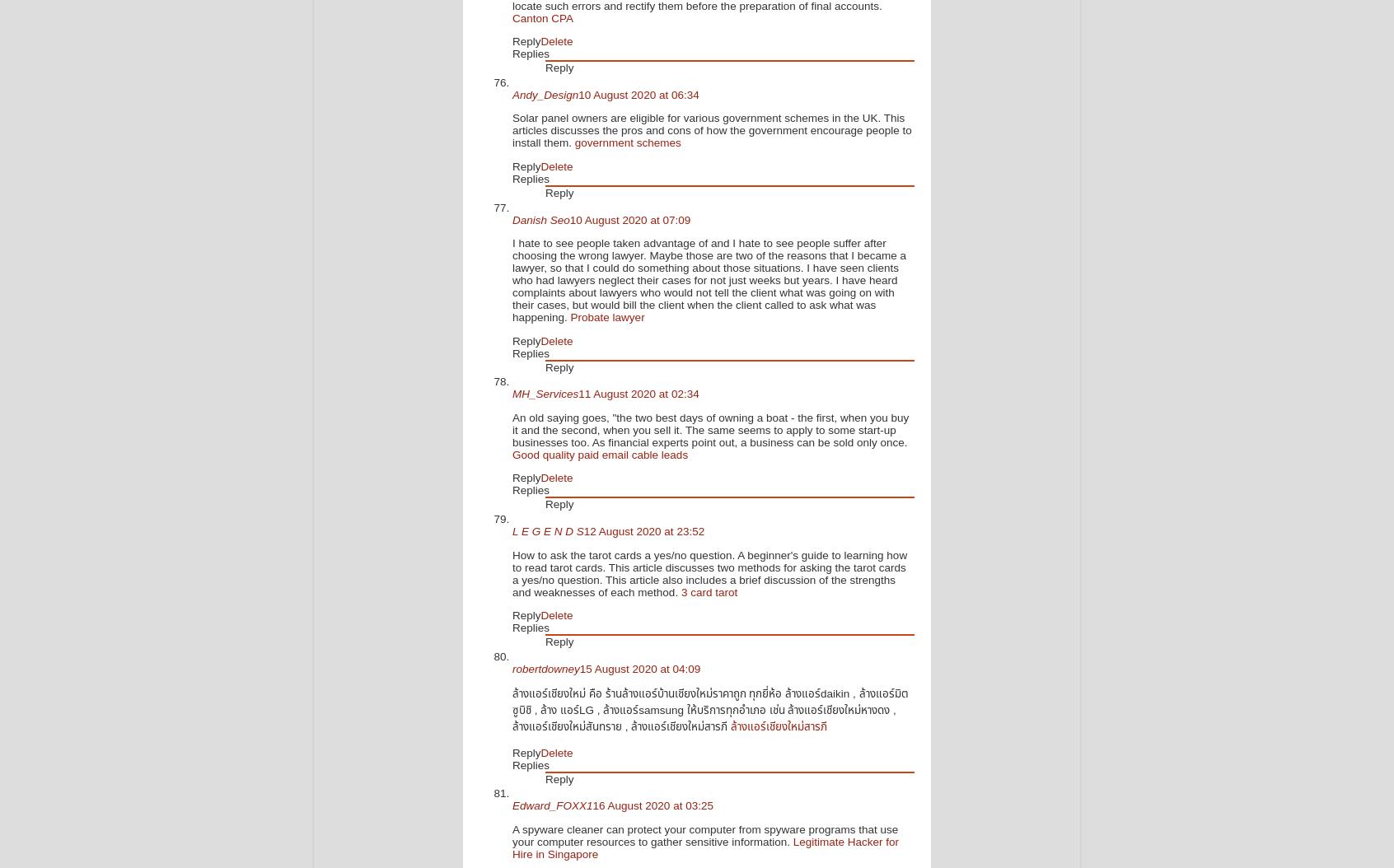  What do you see at coordinates (709, 572) in the screenshot?
I see `'How to ask the tarot cards a yes/no question. A beginner's guide to learning how to read tarot cards. This article discusses two methods for asking the tarot cards a yes/no question. This article also includes a brief discussion of the strengths and weaknesses of each method.'` at bounding box center [709, 572].